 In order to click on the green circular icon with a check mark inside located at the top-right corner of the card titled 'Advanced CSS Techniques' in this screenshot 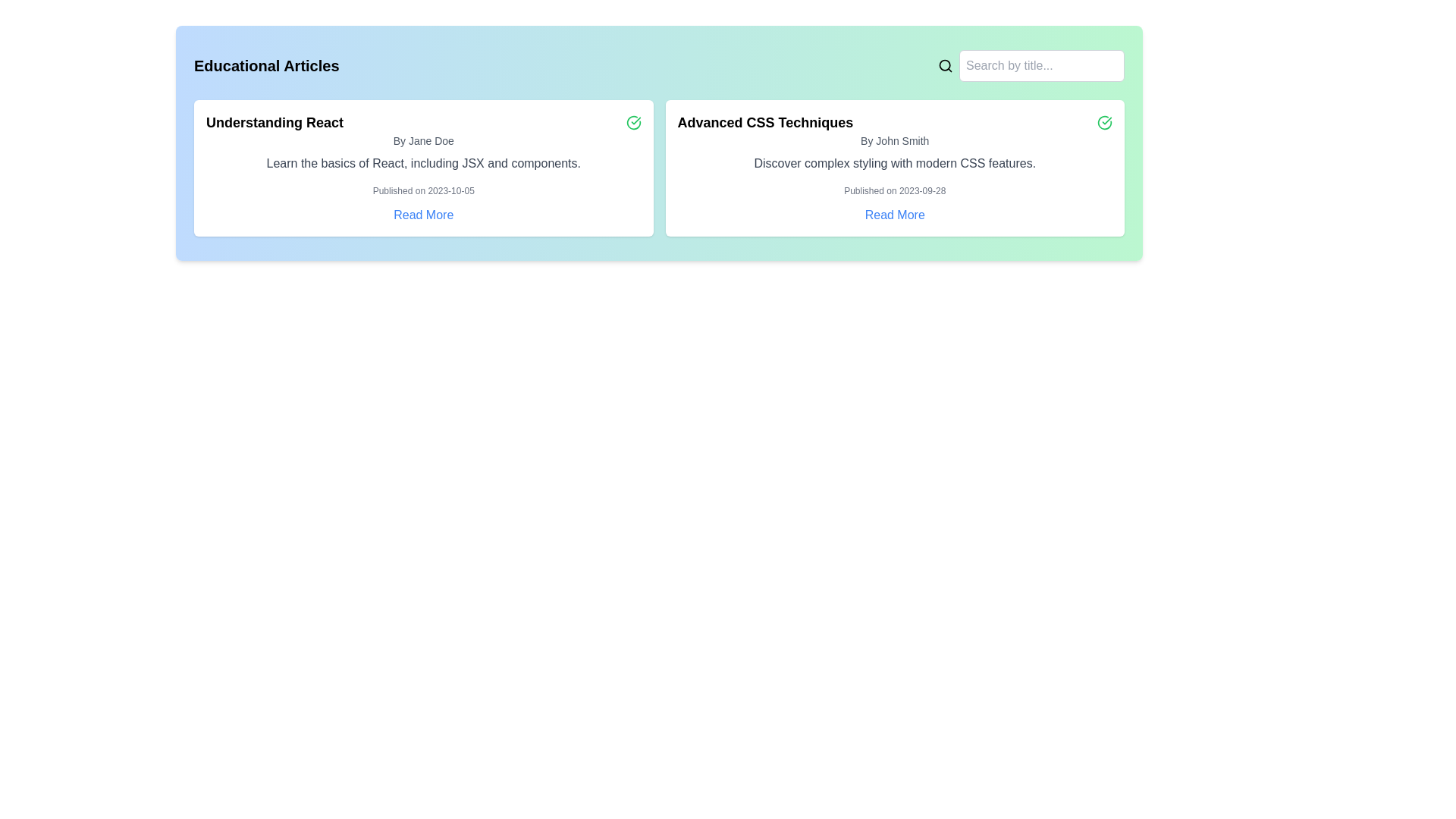, I will do `click(1105, 122)`.